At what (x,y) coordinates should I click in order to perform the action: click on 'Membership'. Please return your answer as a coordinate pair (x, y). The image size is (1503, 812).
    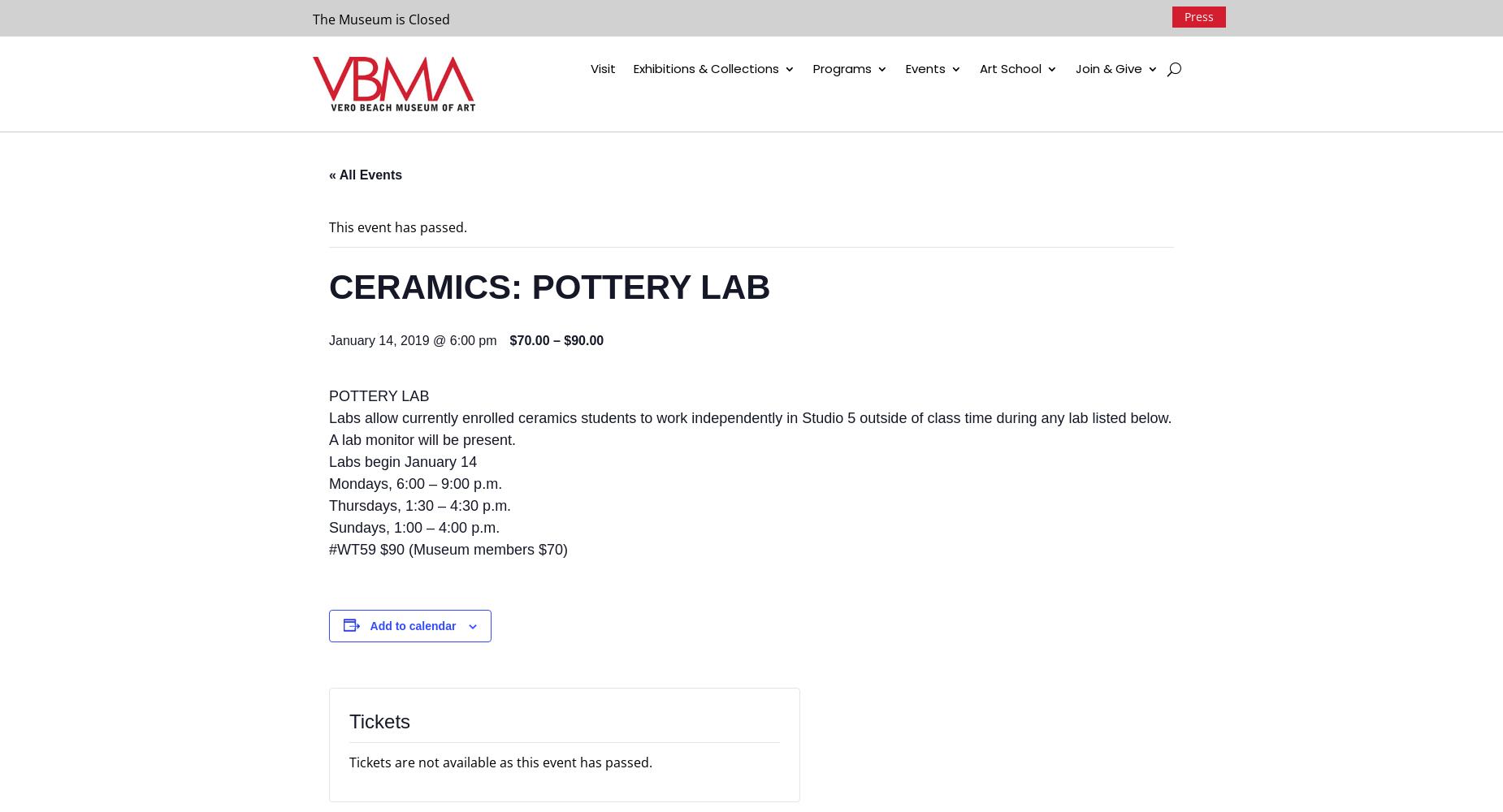
    Looking at the image, I should click on (1137, 102).